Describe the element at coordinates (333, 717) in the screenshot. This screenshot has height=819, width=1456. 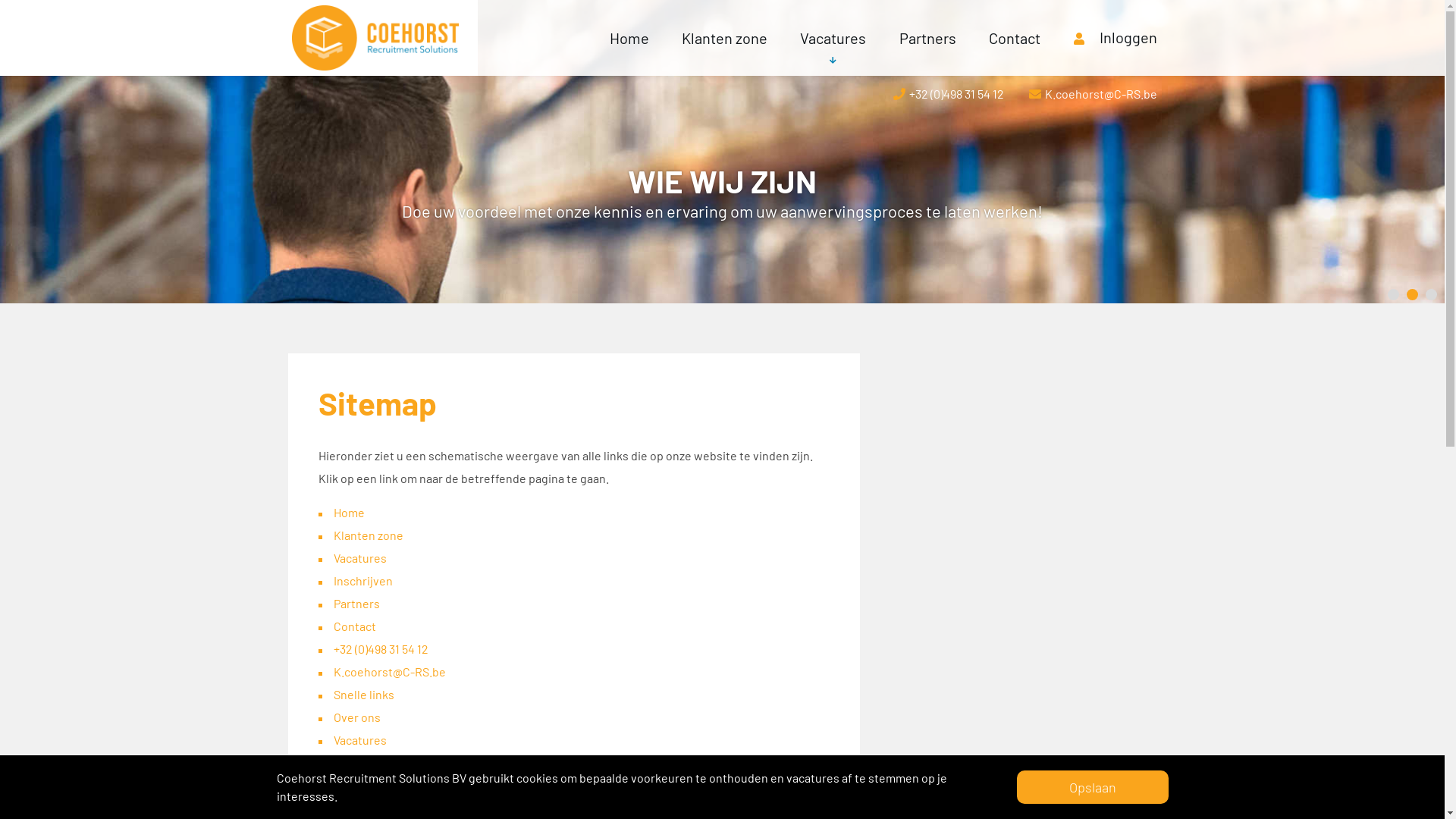
I see `'Over ons'` at that location.